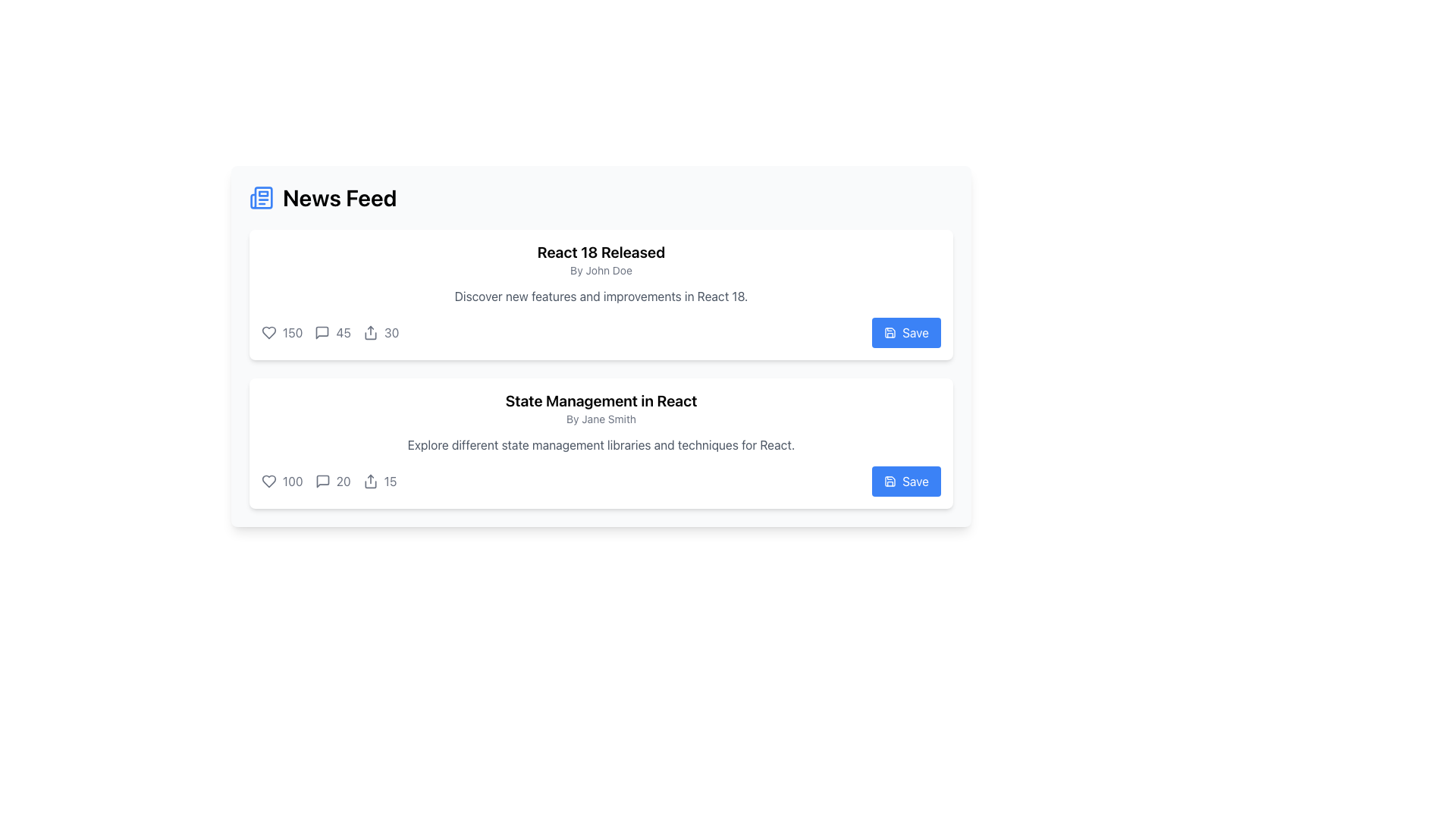 This screenshot has height=819, width=1456. I want to click on text label element displaying 'By John Doe', which is located below the heading 'React 18 Released' in a card-like section, so click(600, 270).